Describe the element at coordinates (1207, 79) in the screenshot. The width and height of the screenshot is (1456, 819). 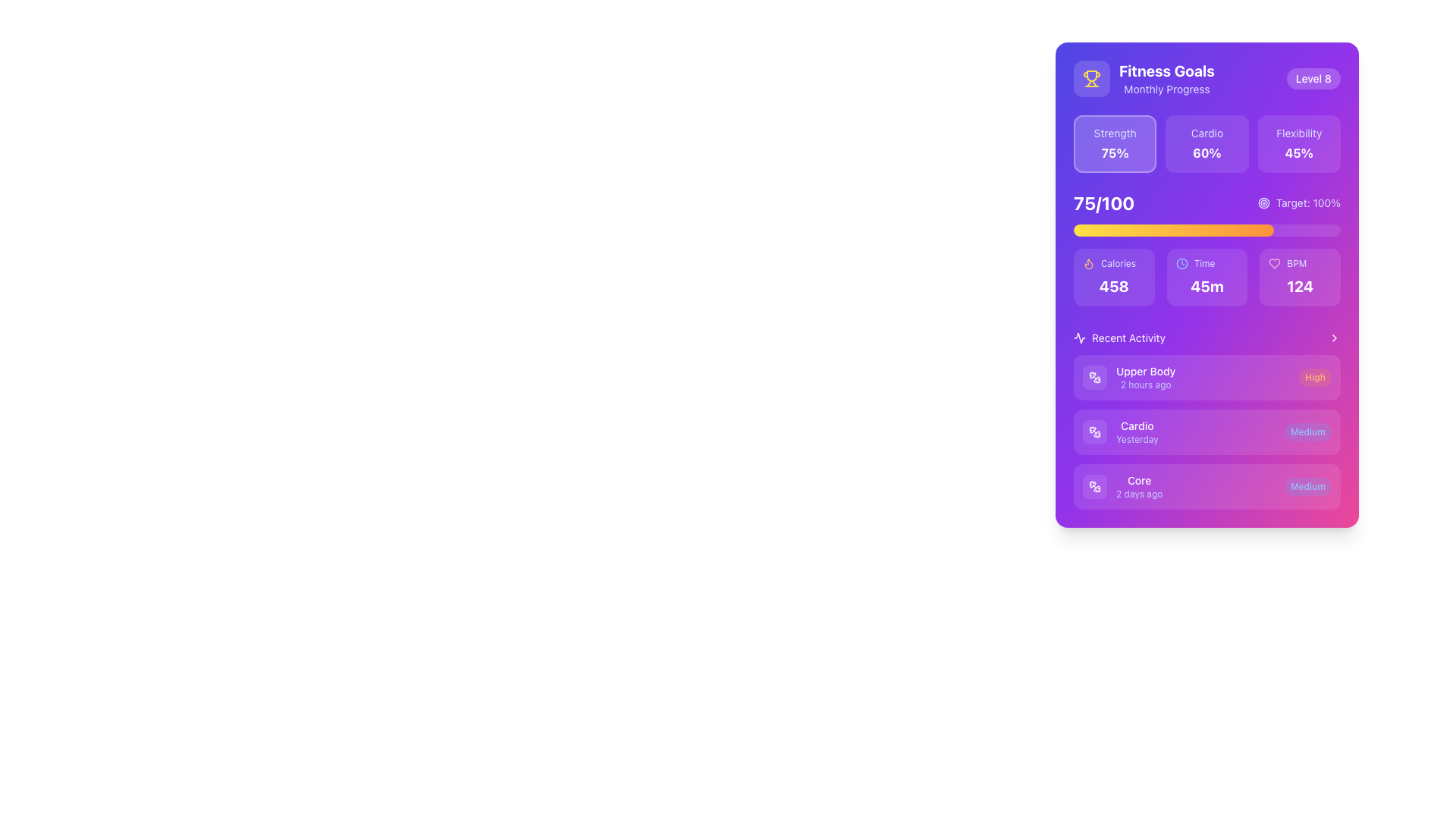
I see `displayed information from the 'Fitness Goals' header section, which includes the title, subtitle, trophy icon, and 'Level 8' label` at that location.